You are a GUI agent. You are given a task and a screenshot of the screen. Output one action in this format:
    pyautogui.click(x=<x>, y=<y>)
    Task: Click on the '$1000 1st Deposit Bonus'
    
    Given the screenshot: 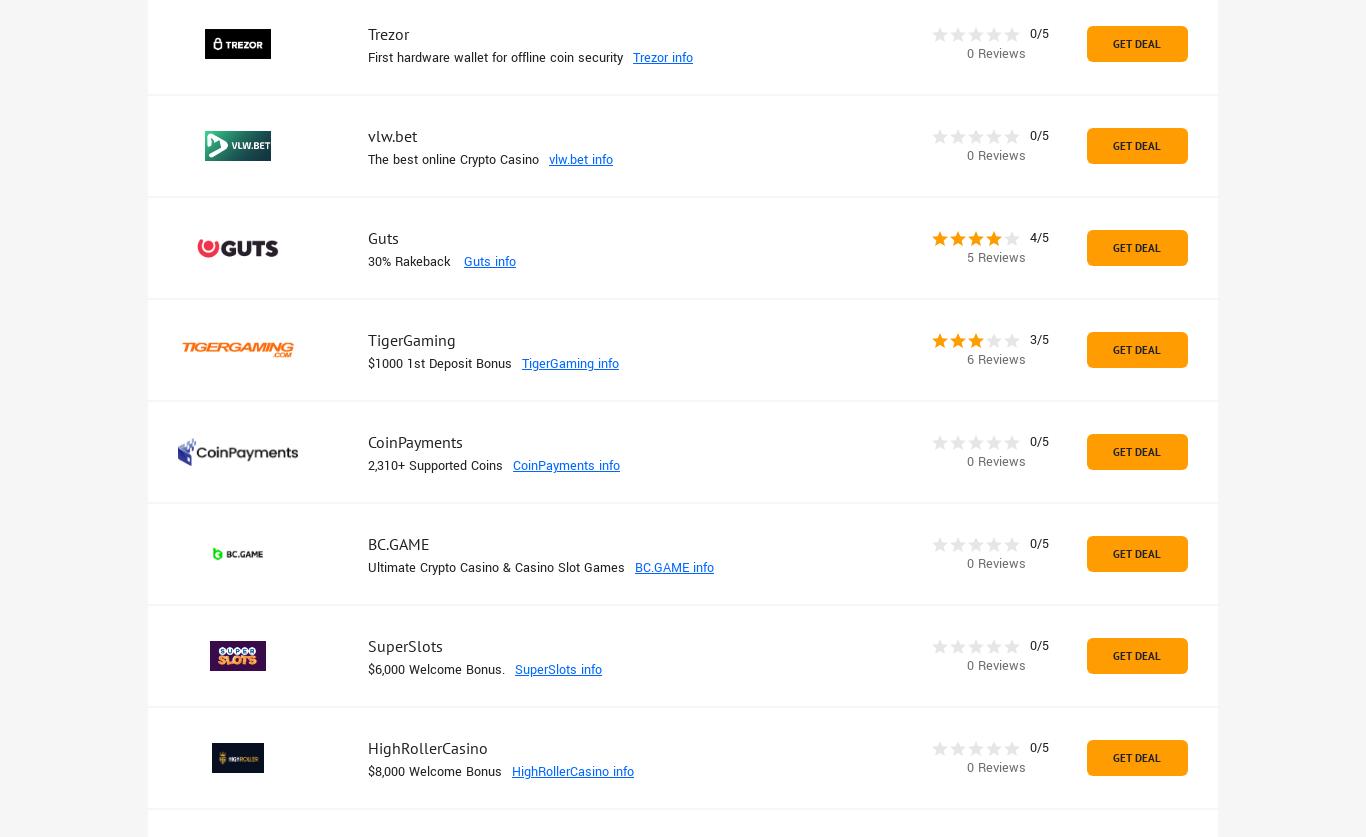 What is the action you would take?
    pyautogui.click(x=438, y=364)
    